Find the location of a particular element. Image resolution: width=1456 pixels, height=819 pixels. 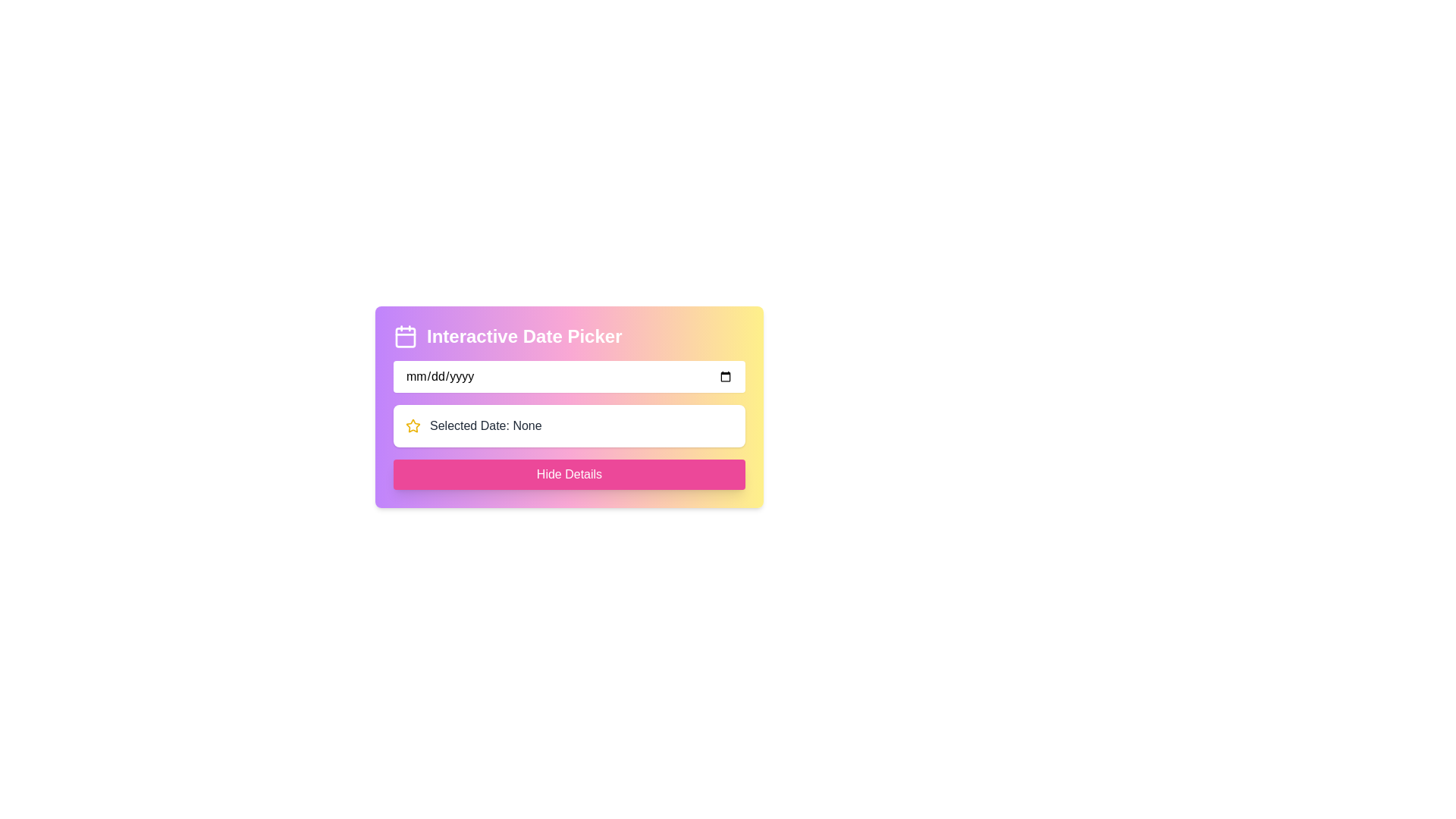

a date from the calendar menu by clicking on the date input field styled with rounded corners and placeholder text 'mm/dd/yyyy', located below the header 'Interactive Date Picker' is located at coordinates (568, 376).